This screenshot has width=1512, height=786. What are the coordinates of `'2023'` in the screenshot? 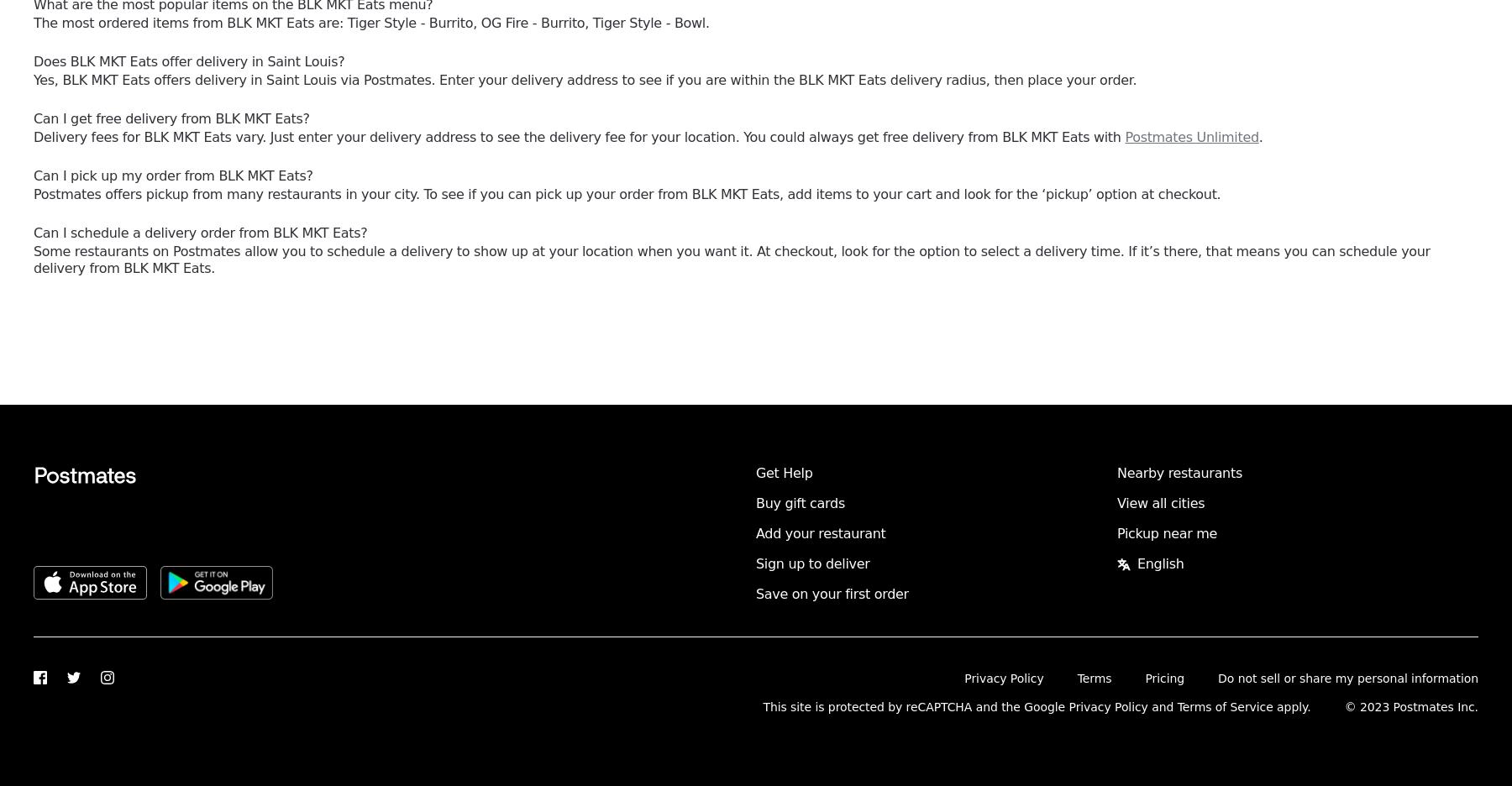 It's located at (1373, 707).